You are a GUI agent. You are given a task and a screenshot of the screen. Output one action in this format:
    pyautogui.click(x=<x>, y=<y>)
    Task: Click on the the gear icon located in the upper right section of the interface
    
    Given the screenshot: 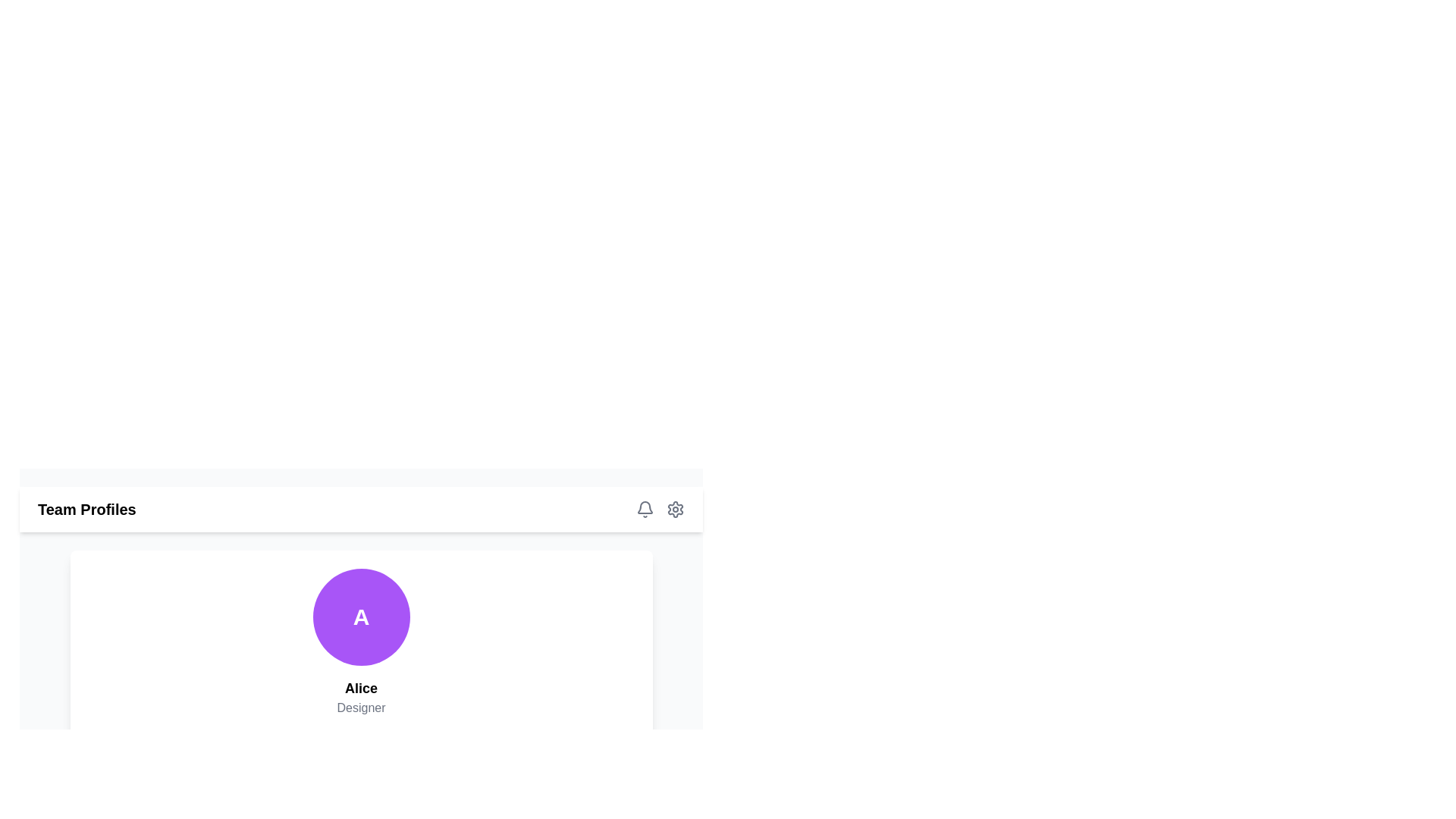 What is the action you would take?
    pyautogui.click(x=675, y=509)
    